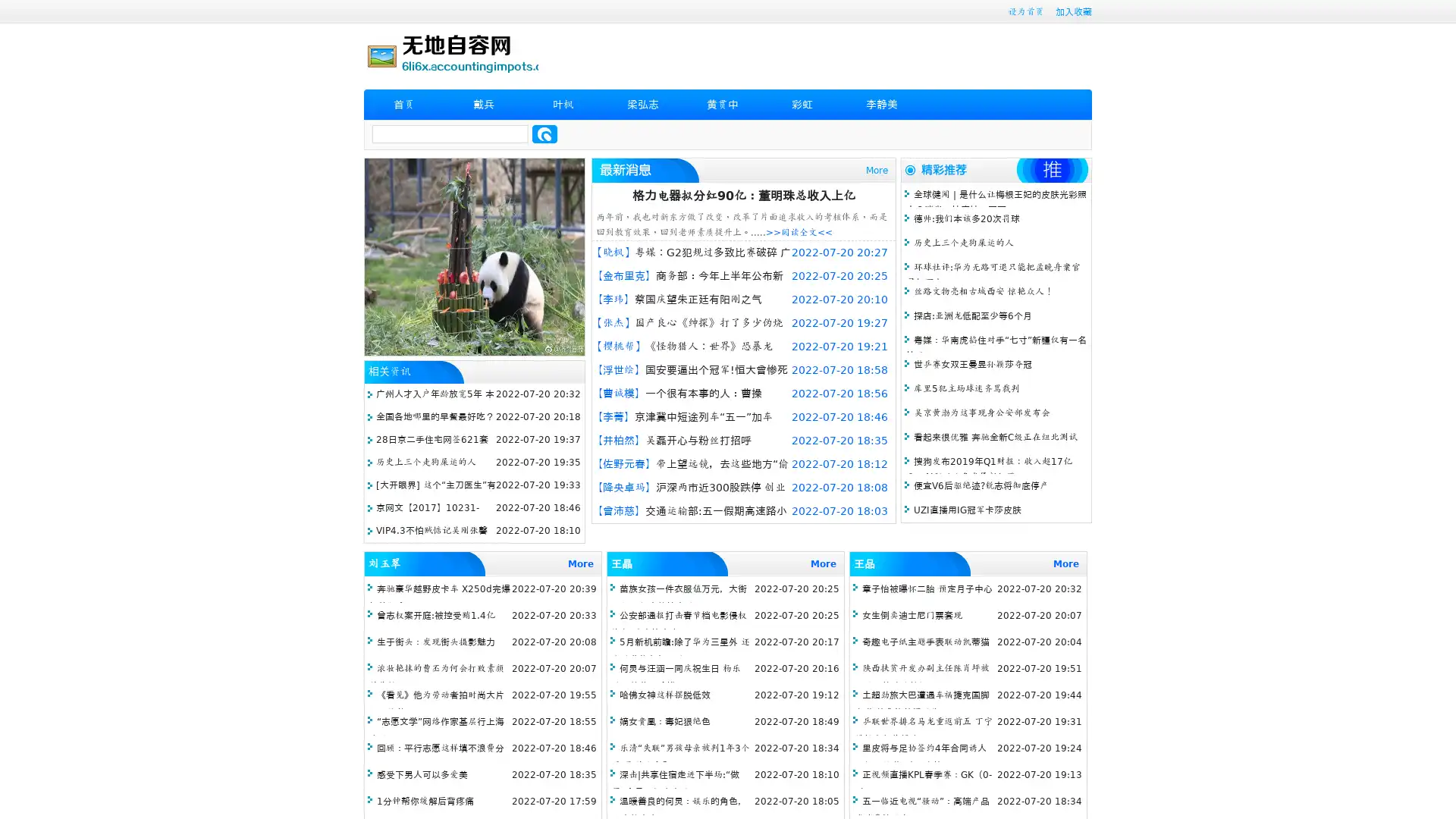 The width and height of the screenshot is (1456, 819). What do you see at coordinates (544, 133) in the screenshot?
I see `Search` at bounding box center [544, 133].